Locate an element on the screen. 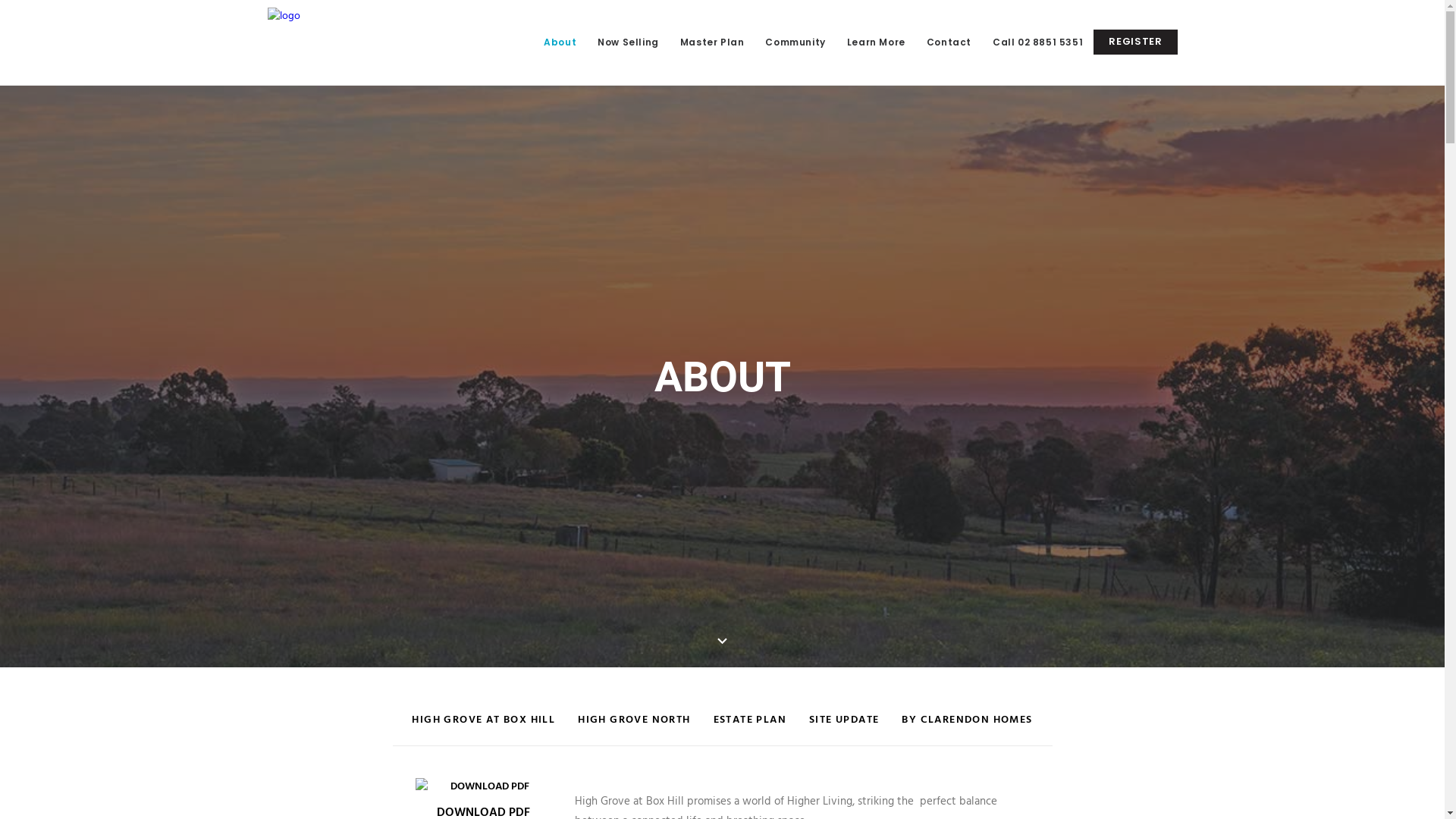 The height and width of the screenshot is (819, 1456). 'SITE UPDATE' is located at coordinates (843, 727).